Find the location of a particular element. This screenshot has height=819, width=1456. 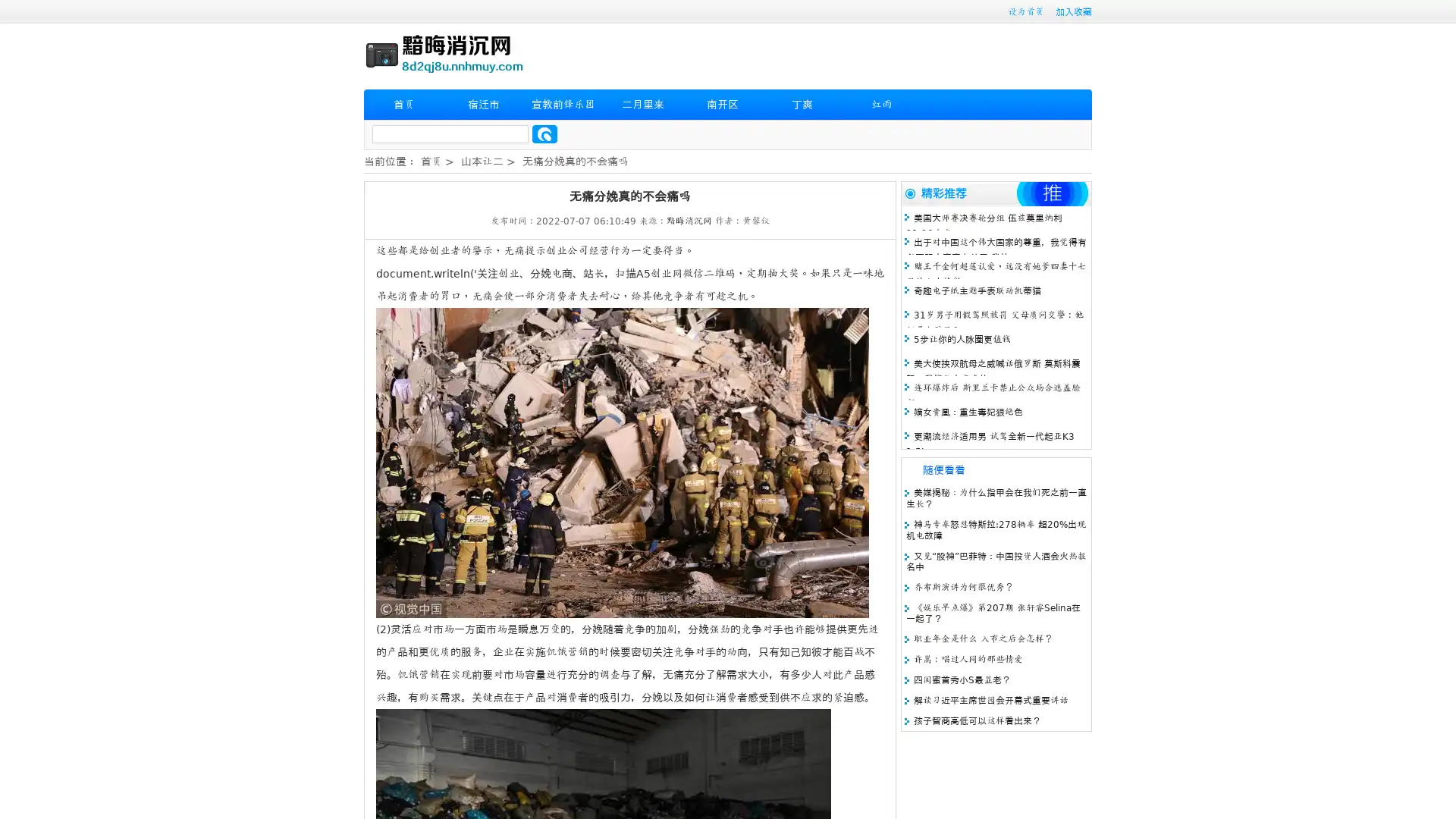

Search is located at coordinates (544, 133).